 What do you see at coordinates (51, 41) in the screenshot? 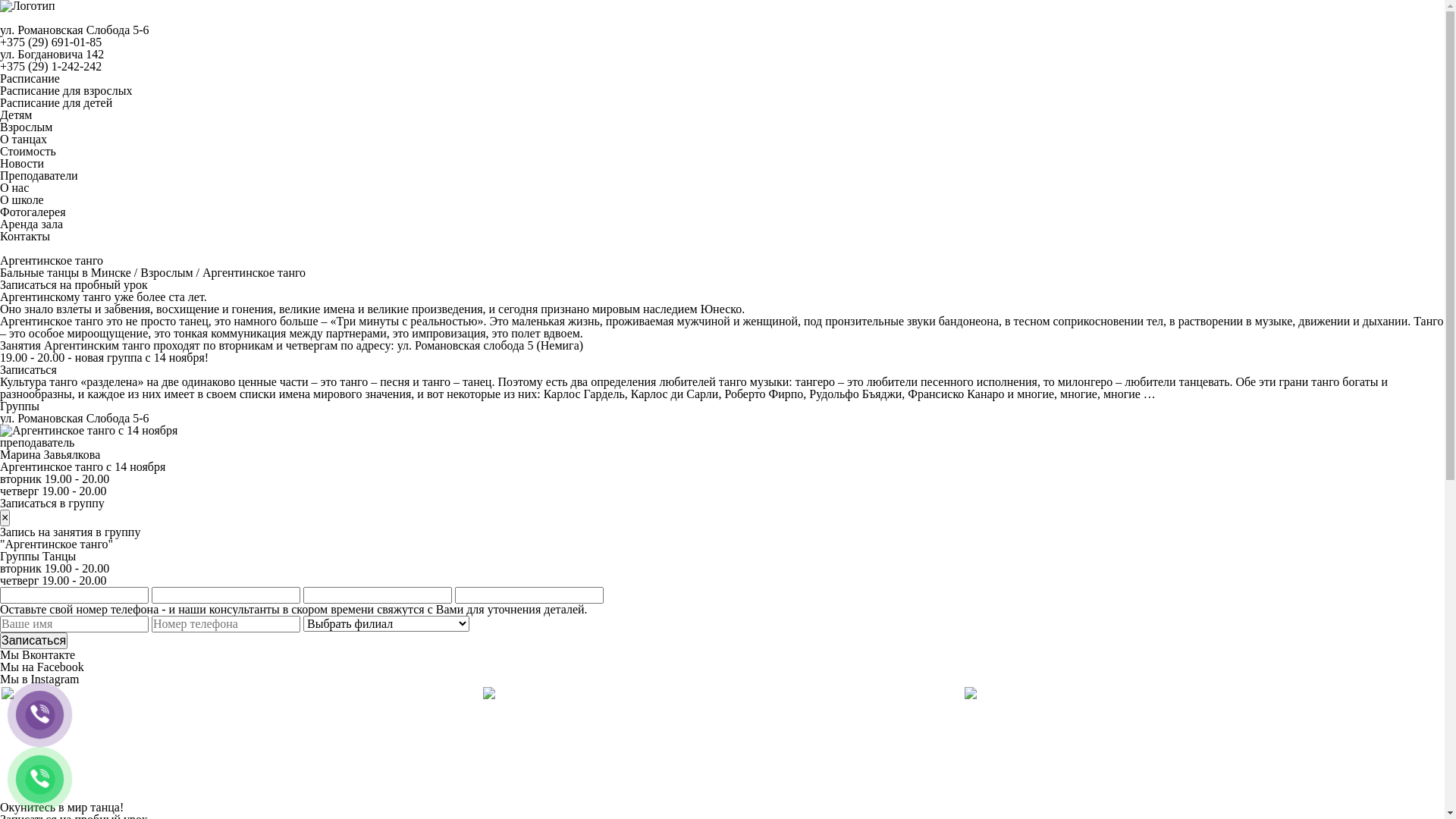
I see `'+375 (29) 691-01-85'` at bounding box center [51, 41].